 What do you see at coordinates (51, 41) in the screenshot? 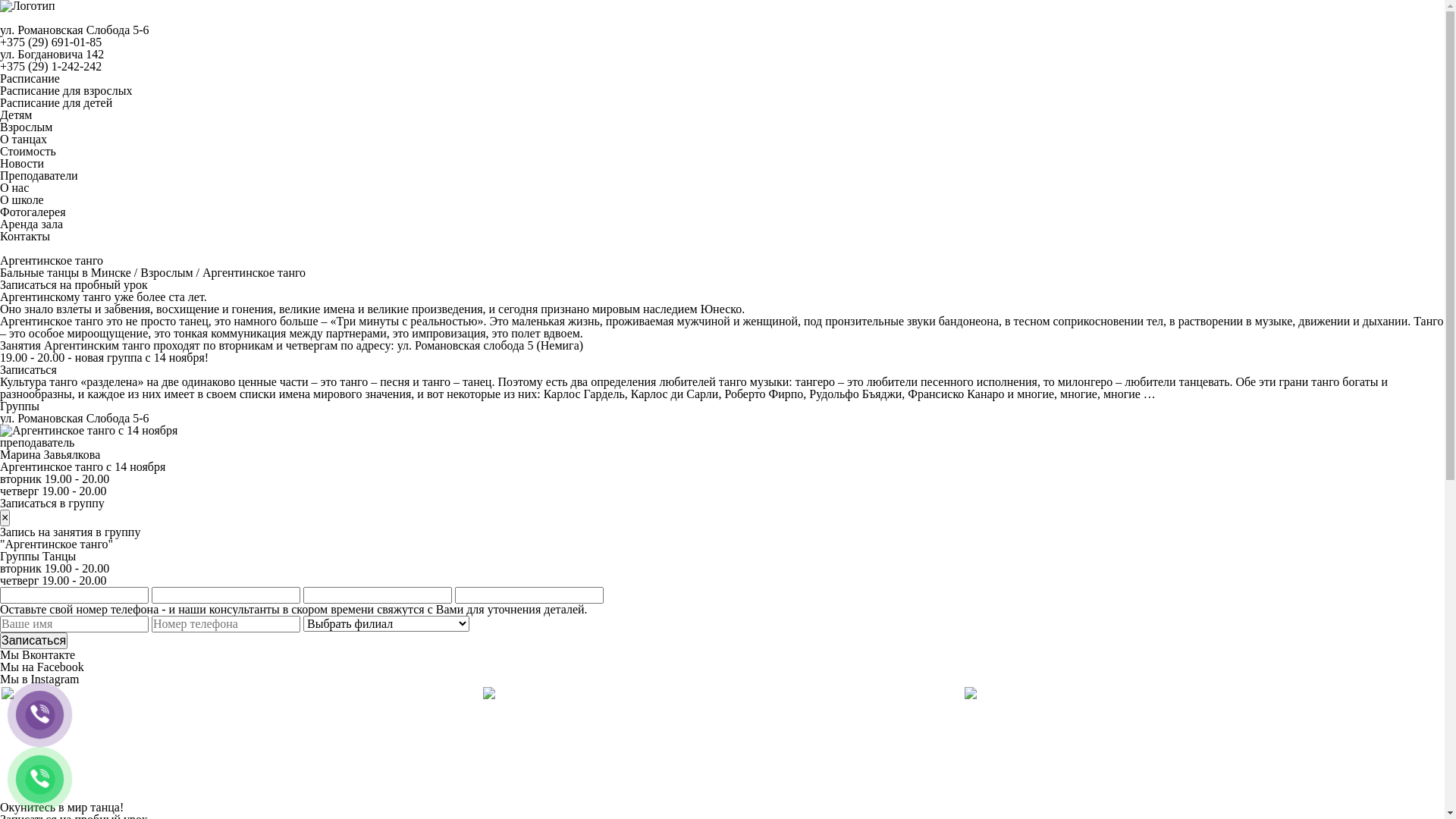
I see `'+375 (29) 691-01-85'` at bounding box center [51, 41].